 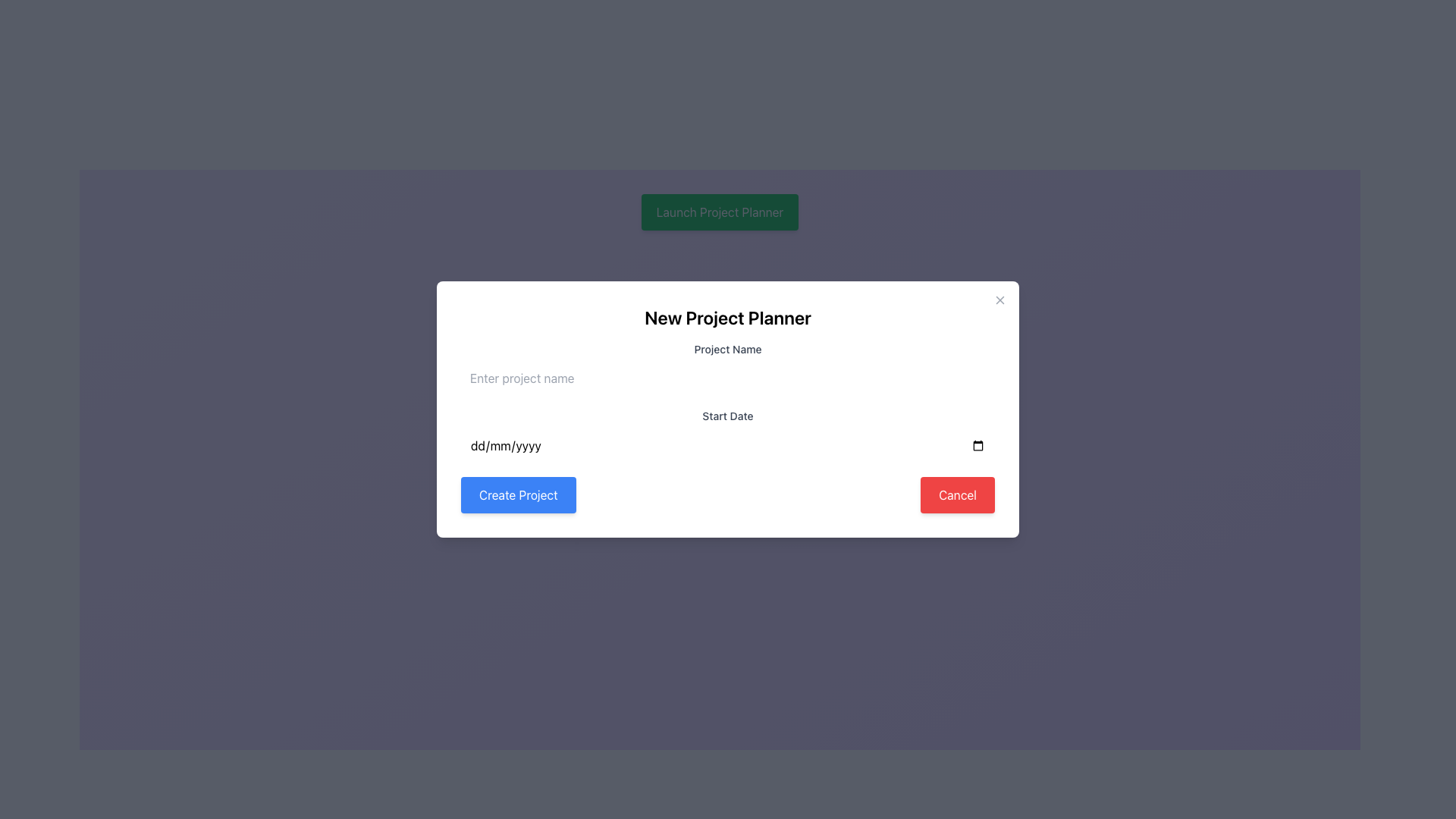 I want to click on text label that displays 'Project Name' located in the top section of the modal dialog box, positioned above the input field labeled 'Enter project name', so click(x=728, y=350).